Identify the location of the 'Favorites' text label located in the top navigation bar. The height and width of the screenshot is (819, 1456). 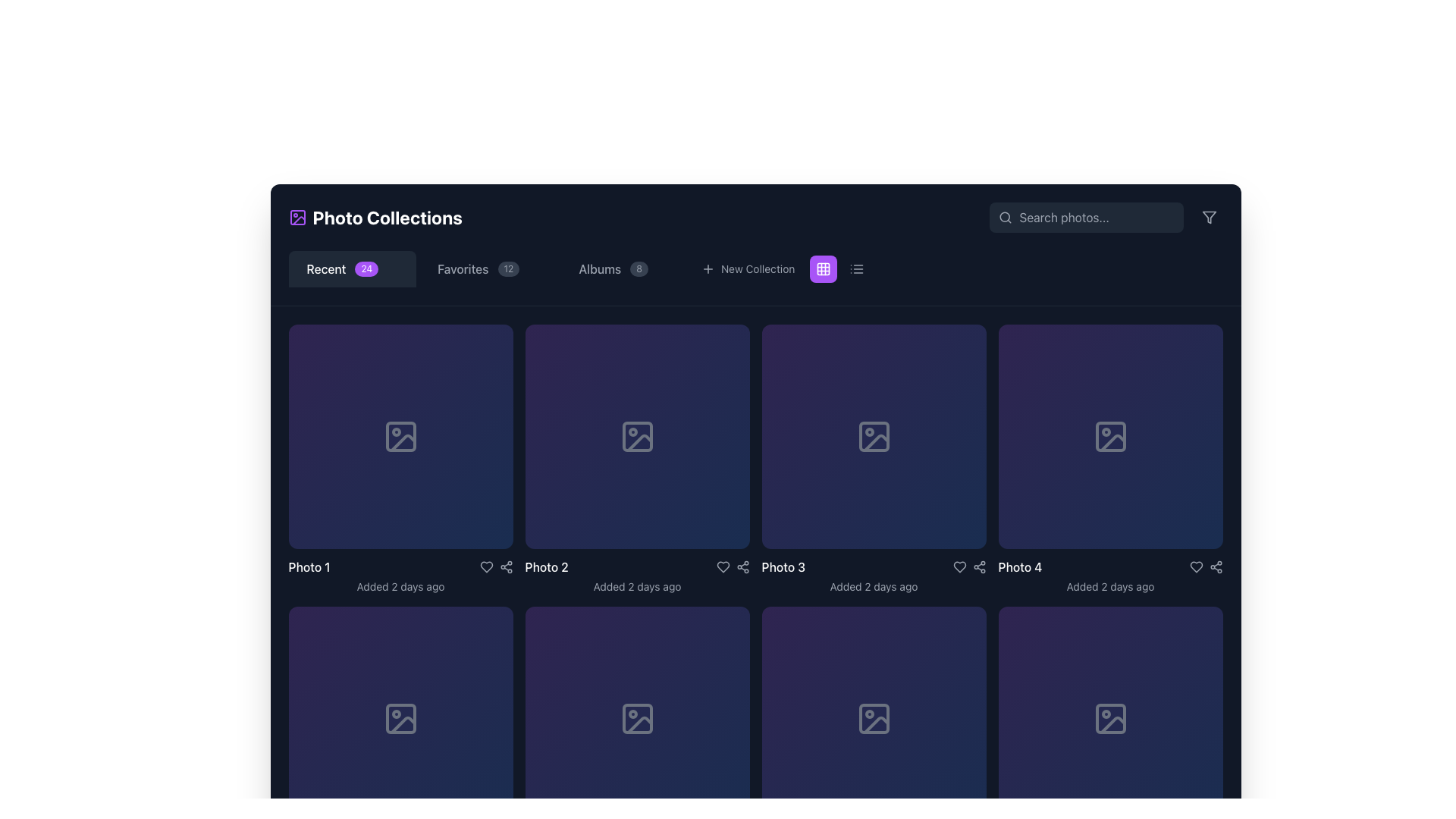
(462, 268).